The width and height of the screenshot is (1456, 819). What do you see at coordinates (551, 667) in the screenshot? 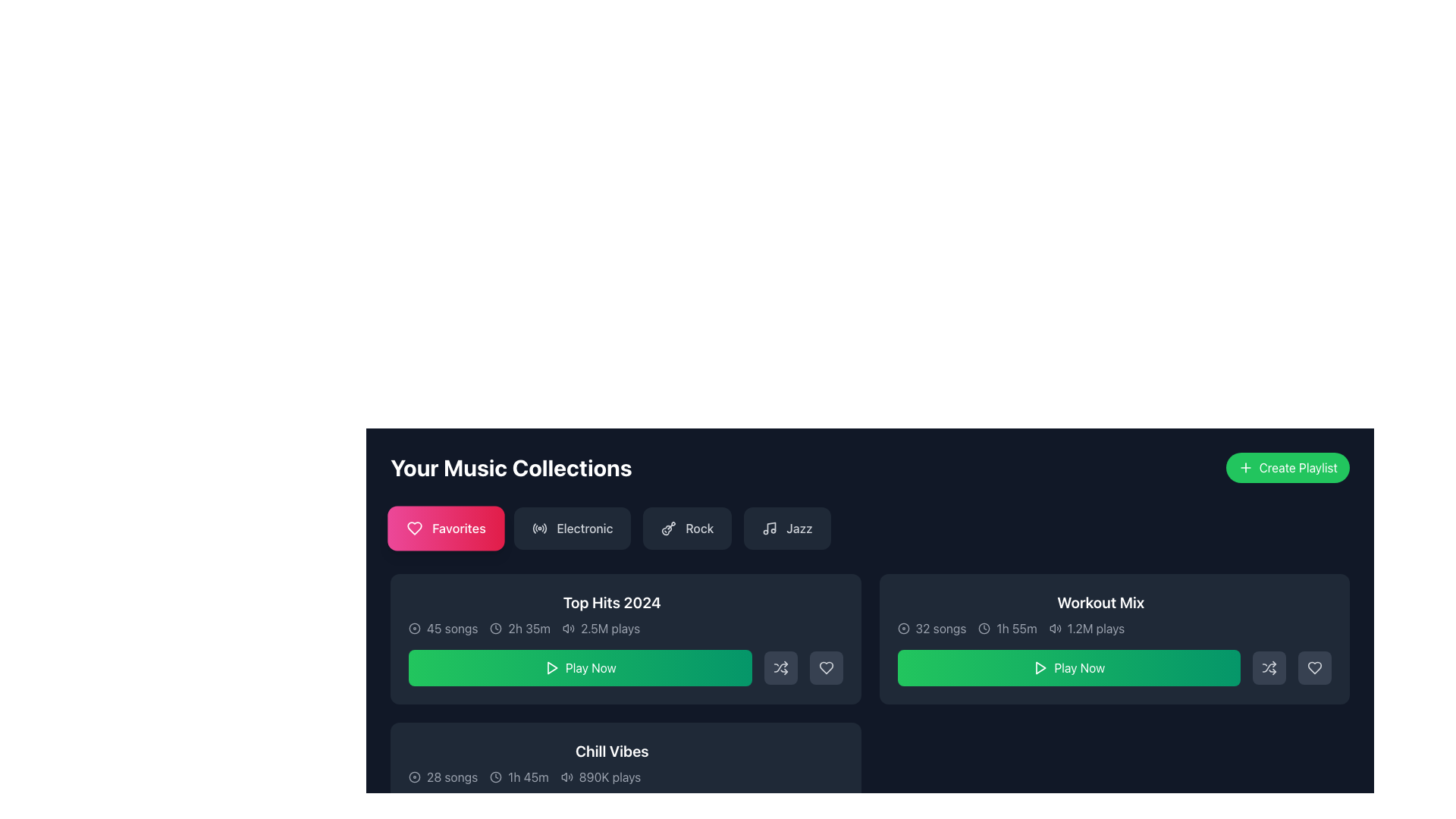
I see `the play icon located within the green 'Play Now' button to initiate playback of the music` at bounding box center [551, 667].